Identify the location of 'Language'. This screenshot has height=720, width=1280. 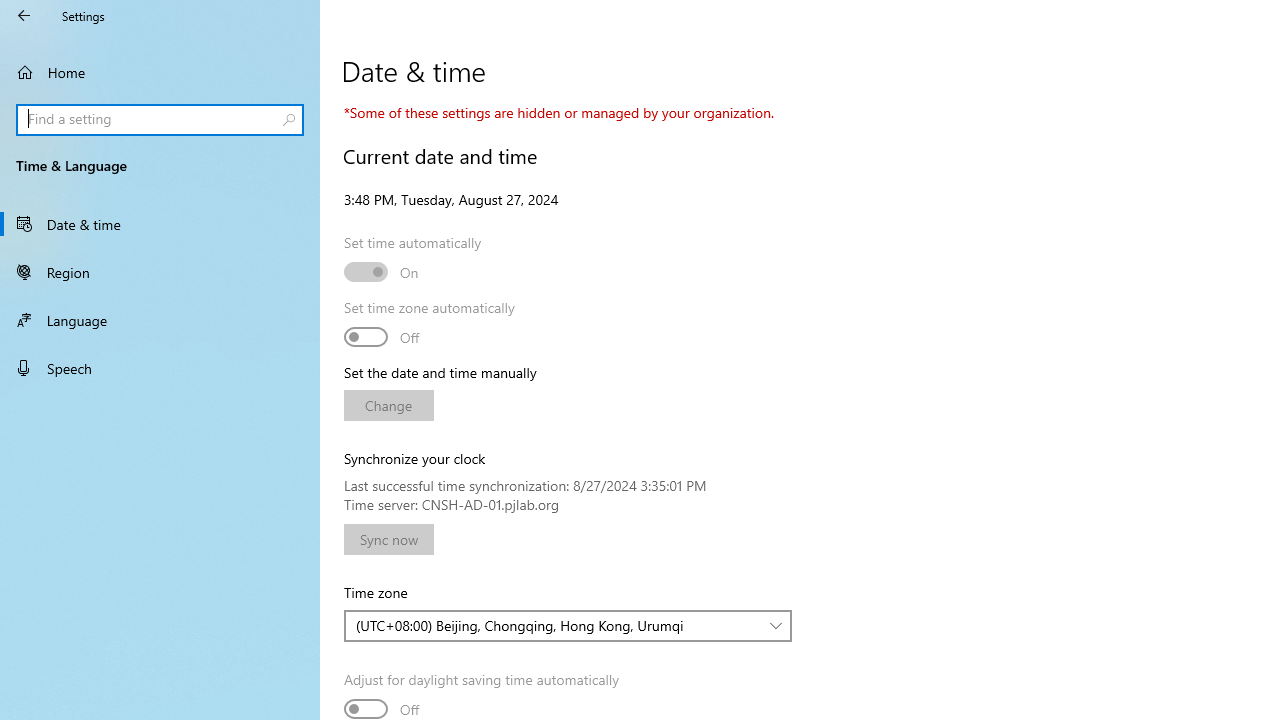
(160, 319).